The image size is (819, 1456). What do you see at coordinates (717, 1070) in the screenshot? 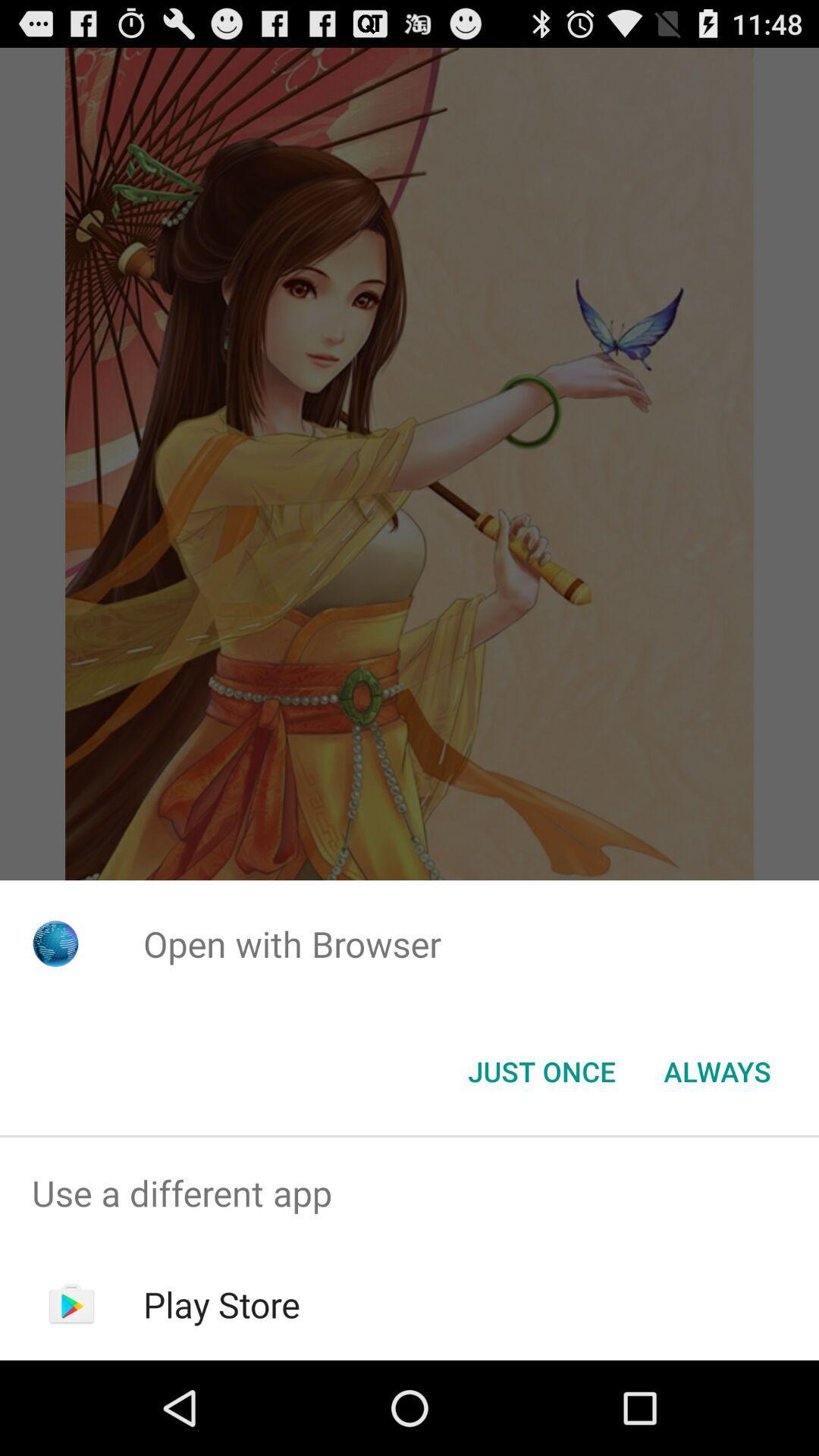
I see `app below open with browser app` at bounding box center [717, 1070].